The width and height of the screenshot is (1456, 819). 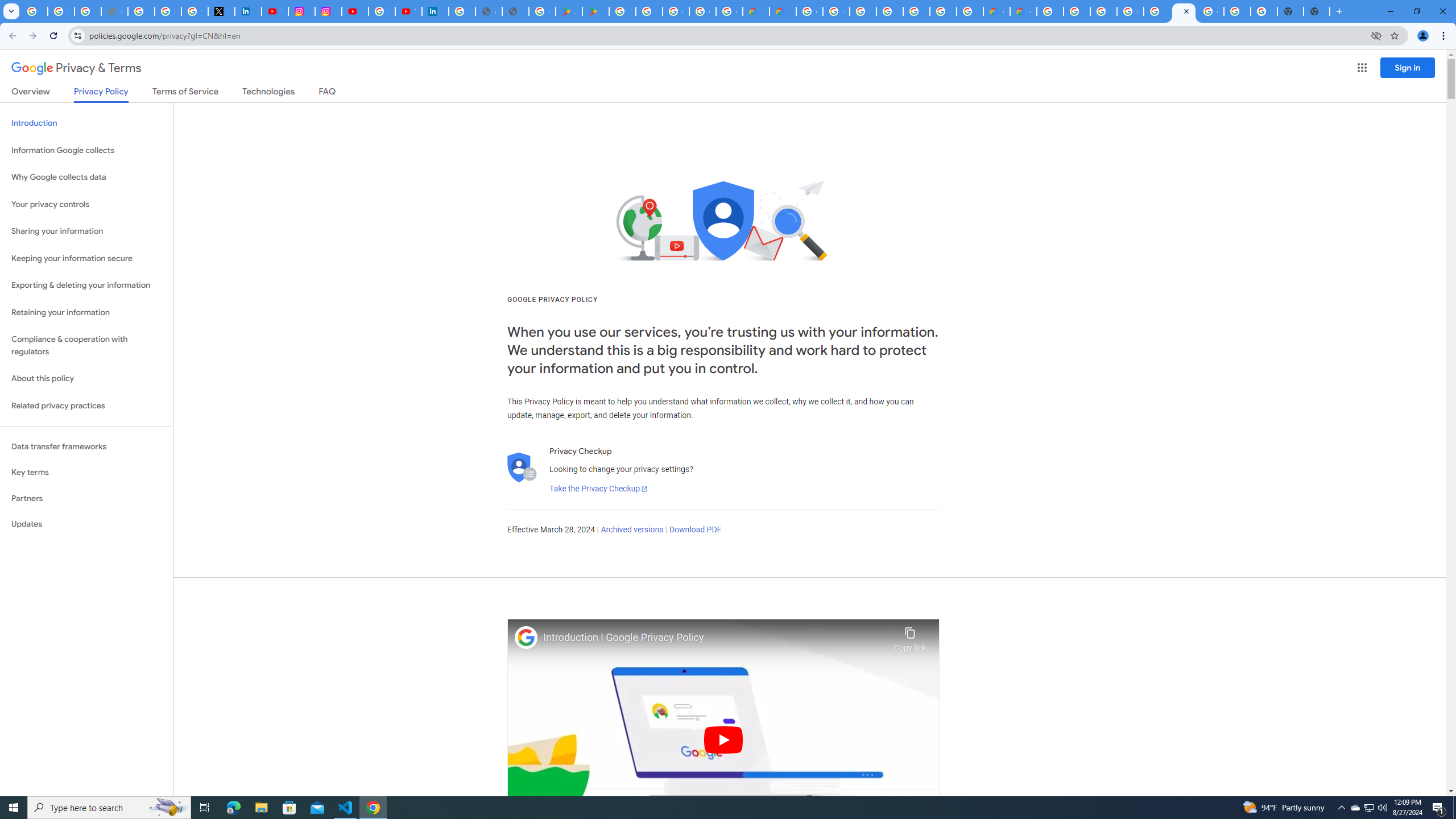 I want to click on 'Google Workspace - Specific Terms', so click(x=729, y=11).